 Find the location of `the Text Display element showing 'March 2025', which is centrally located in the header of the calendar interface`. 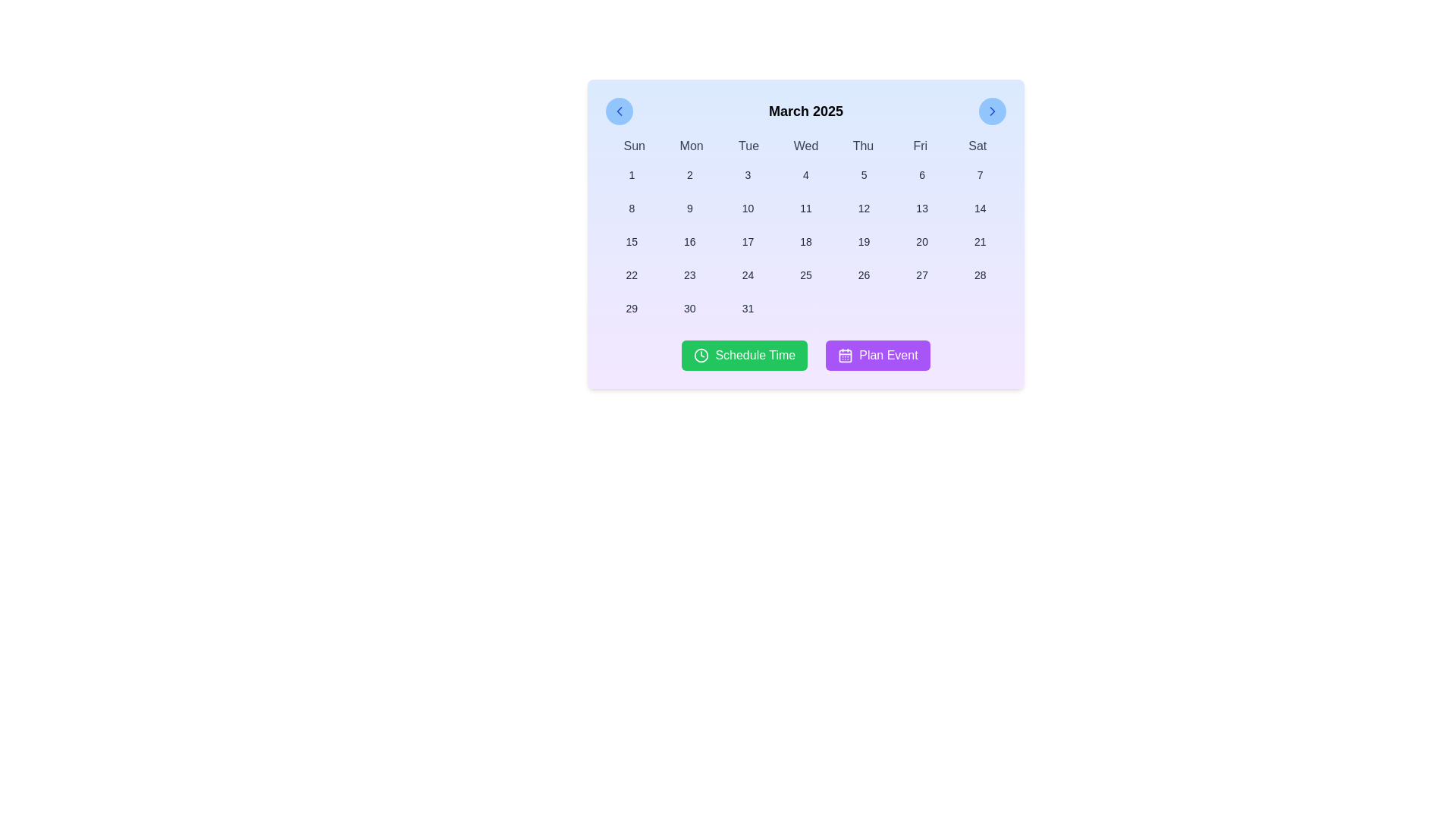

the Text Display element showing 'March 2025', which is centrally located in the header of the calendar interface is located at coordinates (805, 110).